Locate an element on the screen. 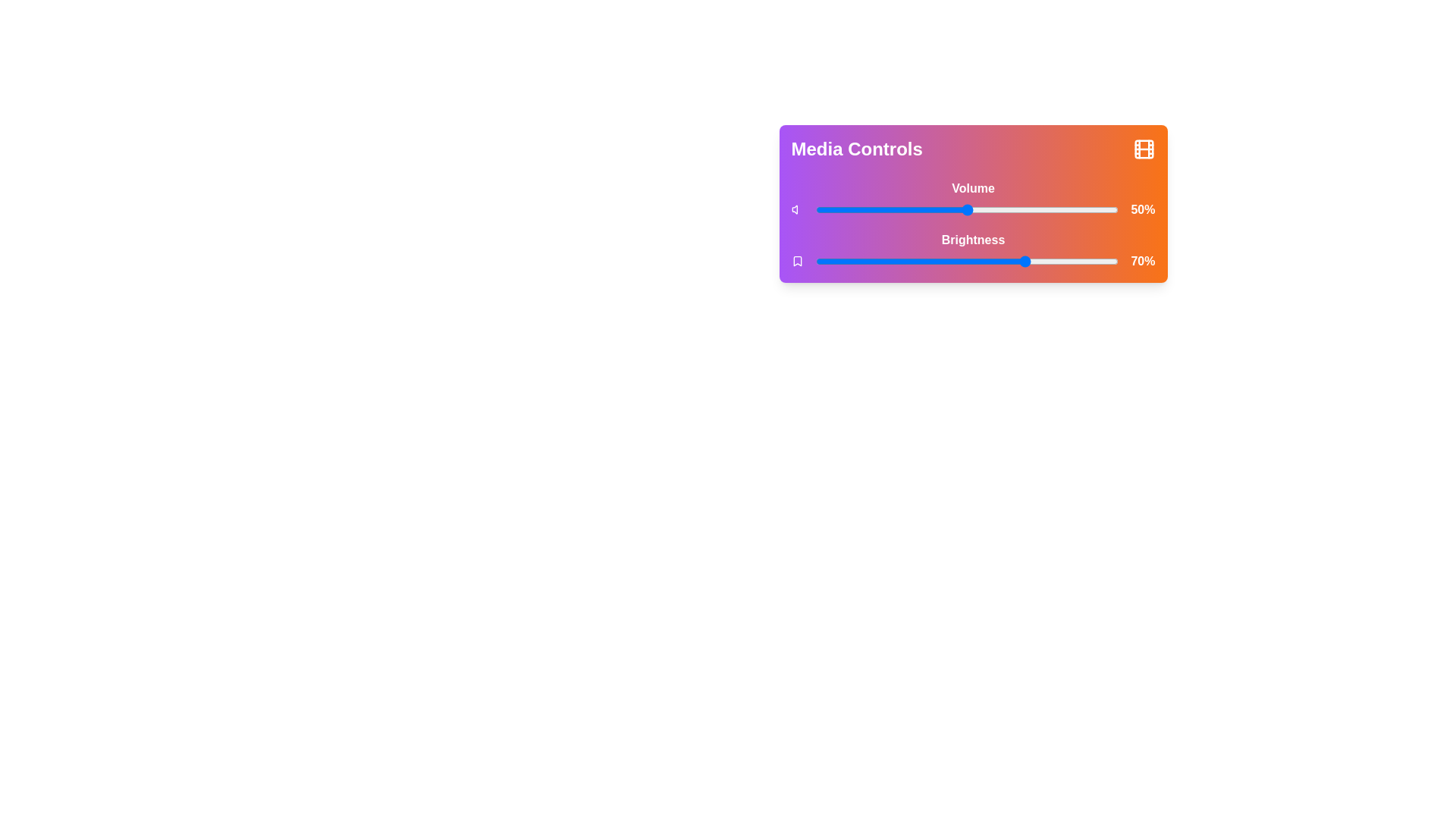  the brightness slider to 68% is located at coordinates (1021, 260).